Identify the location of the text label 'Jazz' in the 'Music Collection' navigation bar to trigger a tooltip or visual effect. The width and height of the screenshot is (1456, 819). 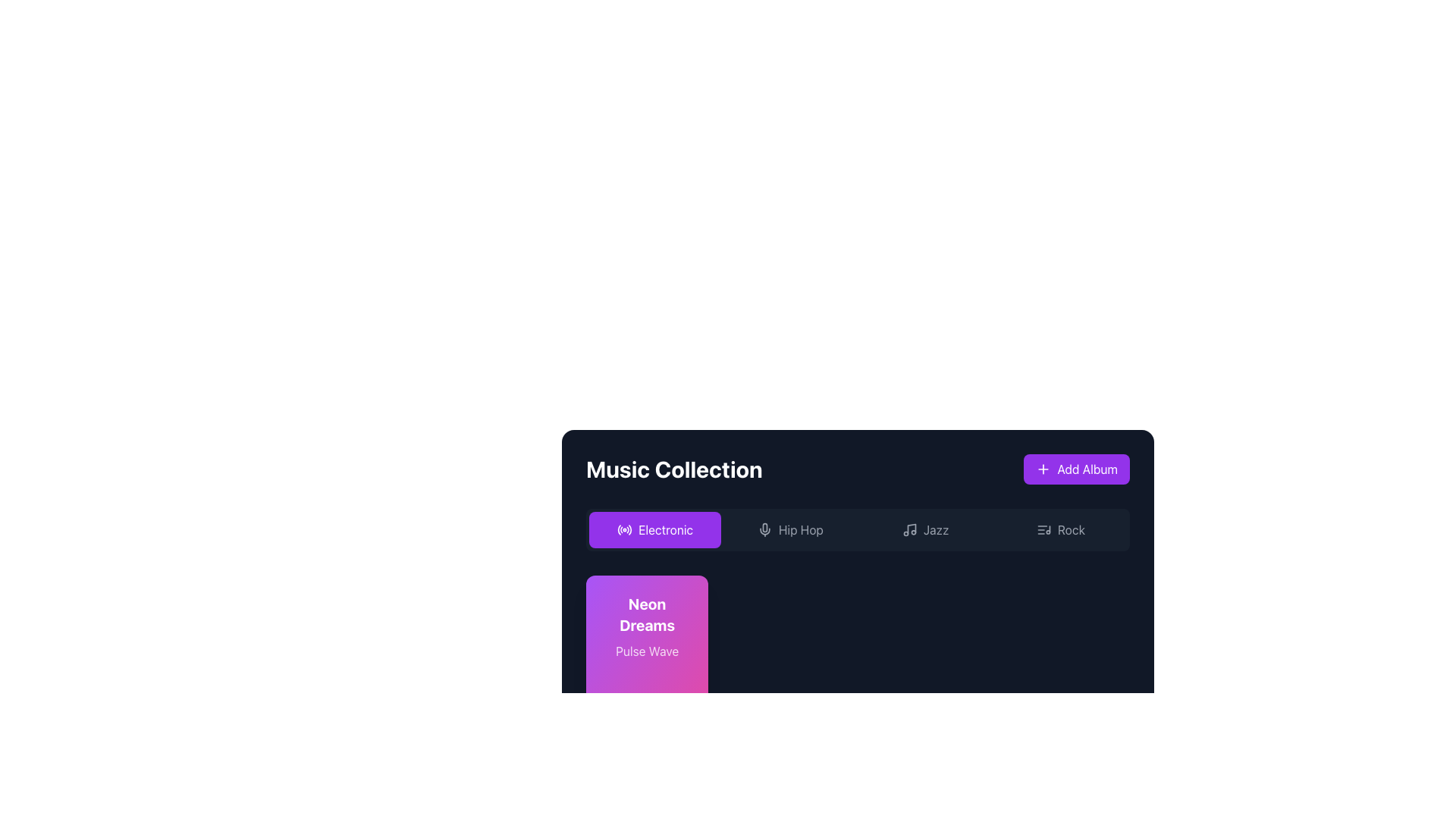
(935, 529).